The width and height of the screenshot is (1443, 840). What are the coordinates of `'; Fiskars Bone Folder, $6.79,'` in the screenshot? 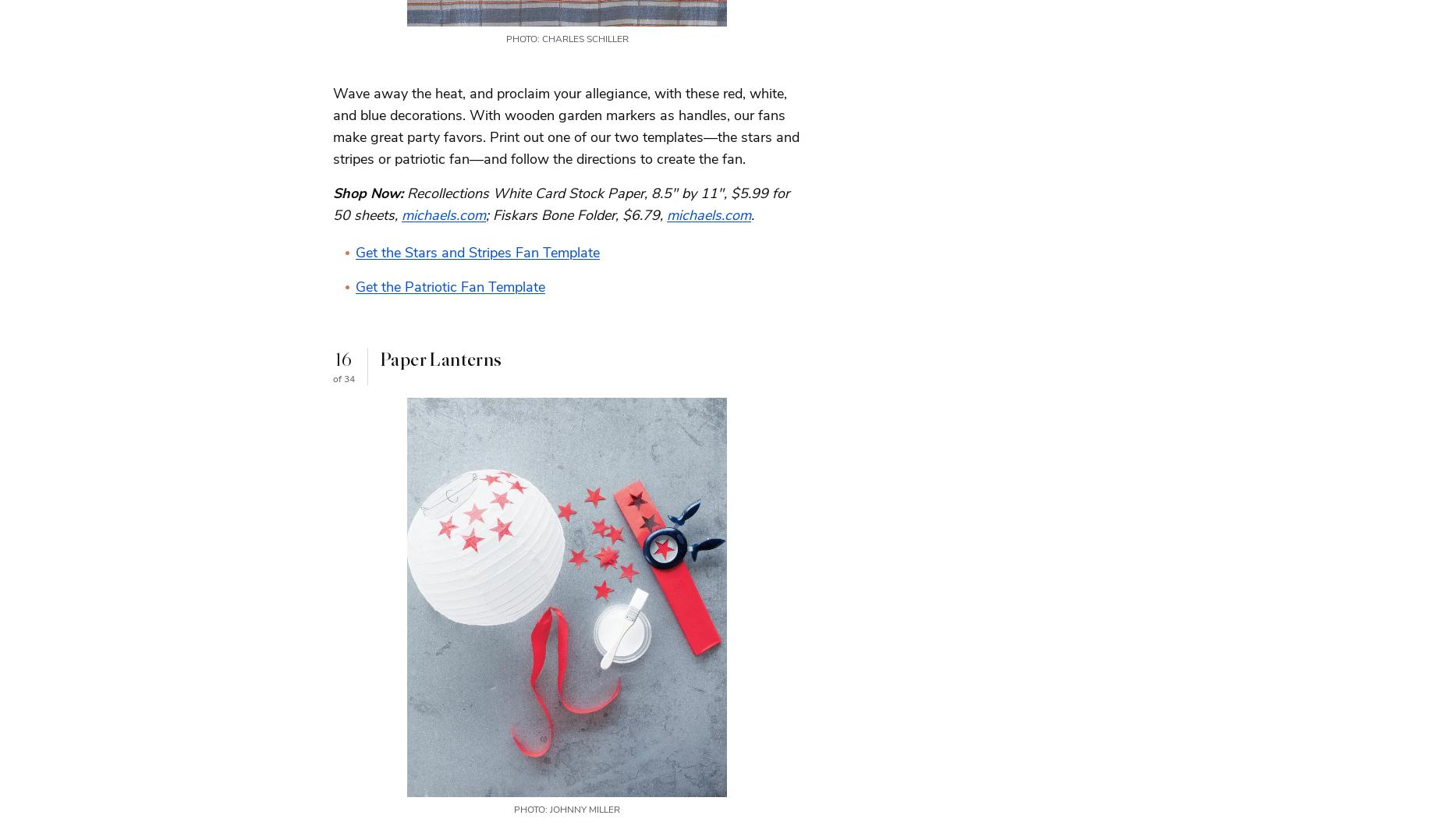 It's located at (576, 213).